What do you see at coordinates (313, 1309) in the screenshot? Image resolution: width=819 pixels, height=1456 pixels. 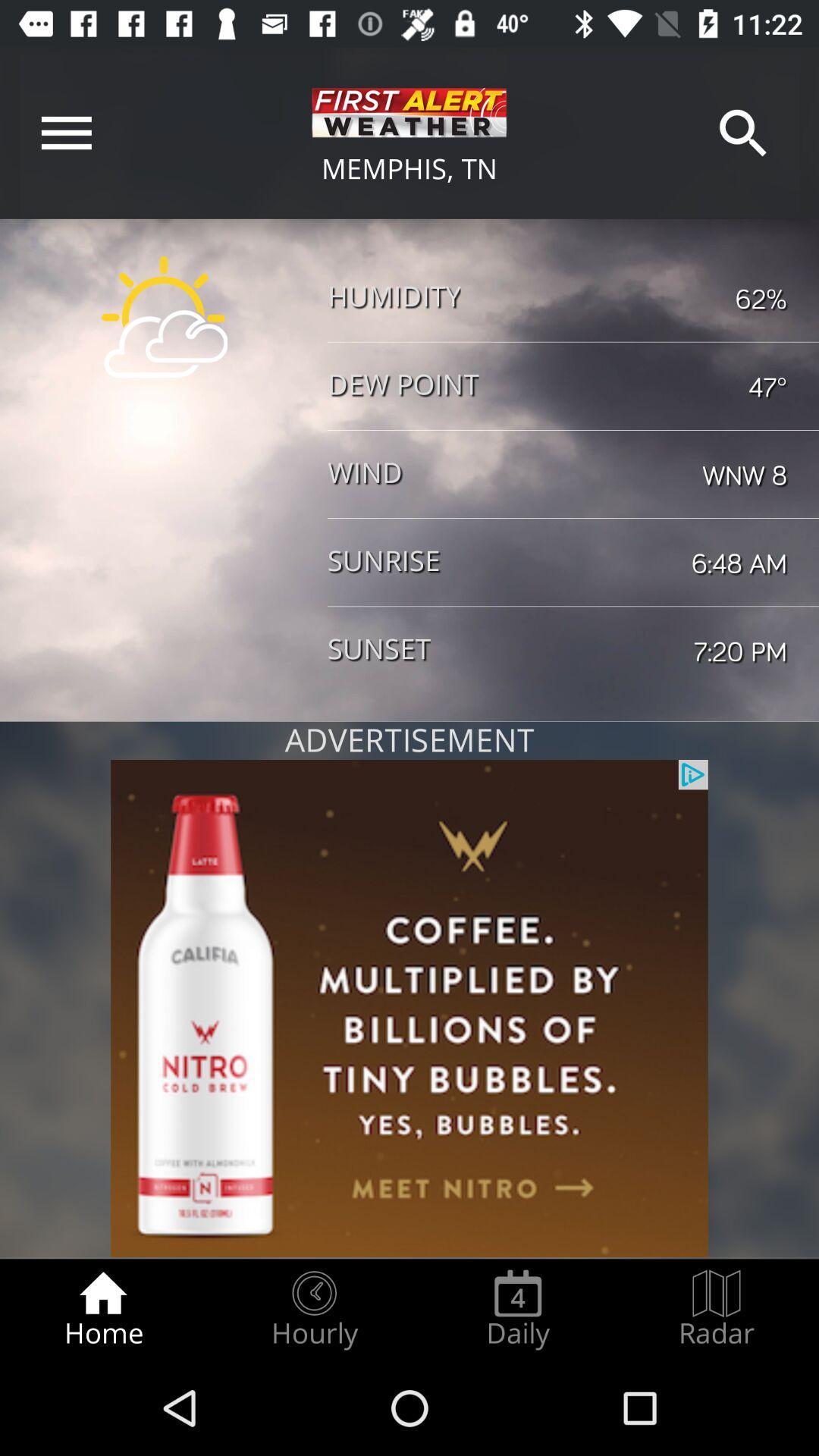 I see `the hourly item` at bounding box center [313, 1309].